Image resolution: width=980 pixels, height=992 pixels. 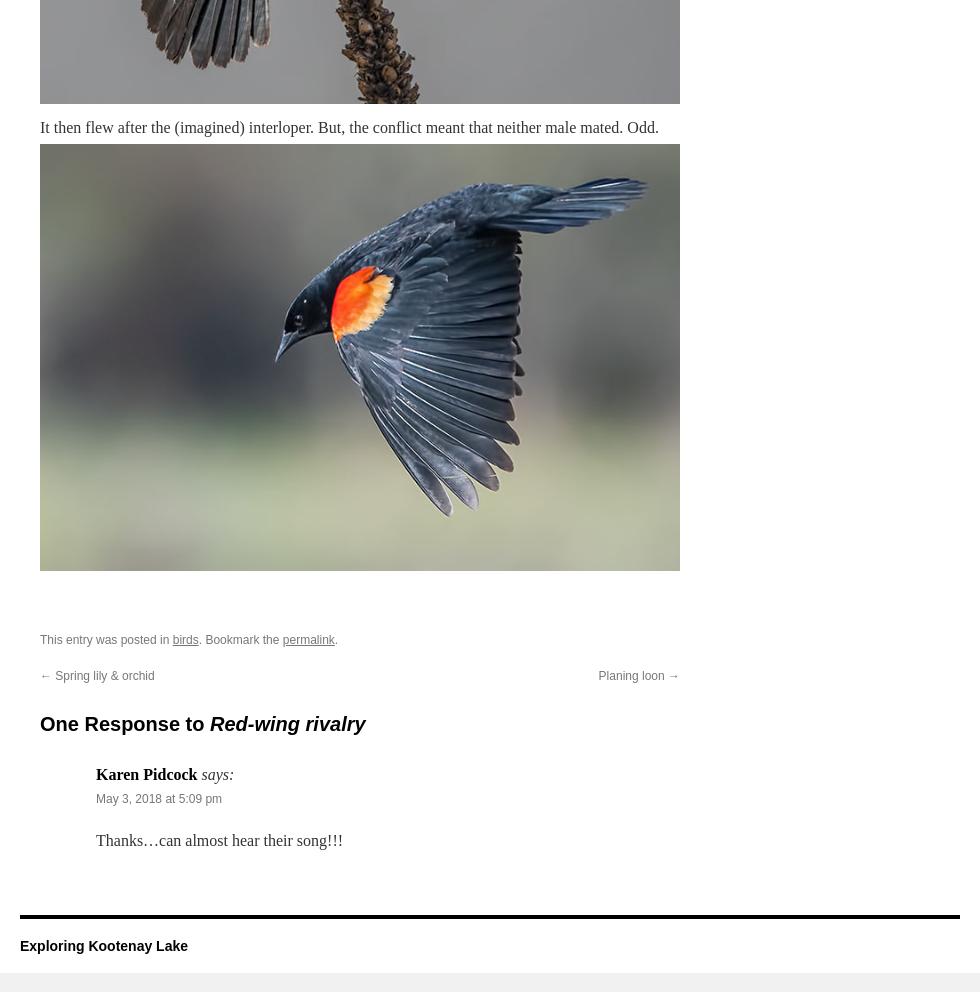 What do you see at coordinates (185, 639) in the screenshot?
I see `'birds'` at bounding box center [185, 639].